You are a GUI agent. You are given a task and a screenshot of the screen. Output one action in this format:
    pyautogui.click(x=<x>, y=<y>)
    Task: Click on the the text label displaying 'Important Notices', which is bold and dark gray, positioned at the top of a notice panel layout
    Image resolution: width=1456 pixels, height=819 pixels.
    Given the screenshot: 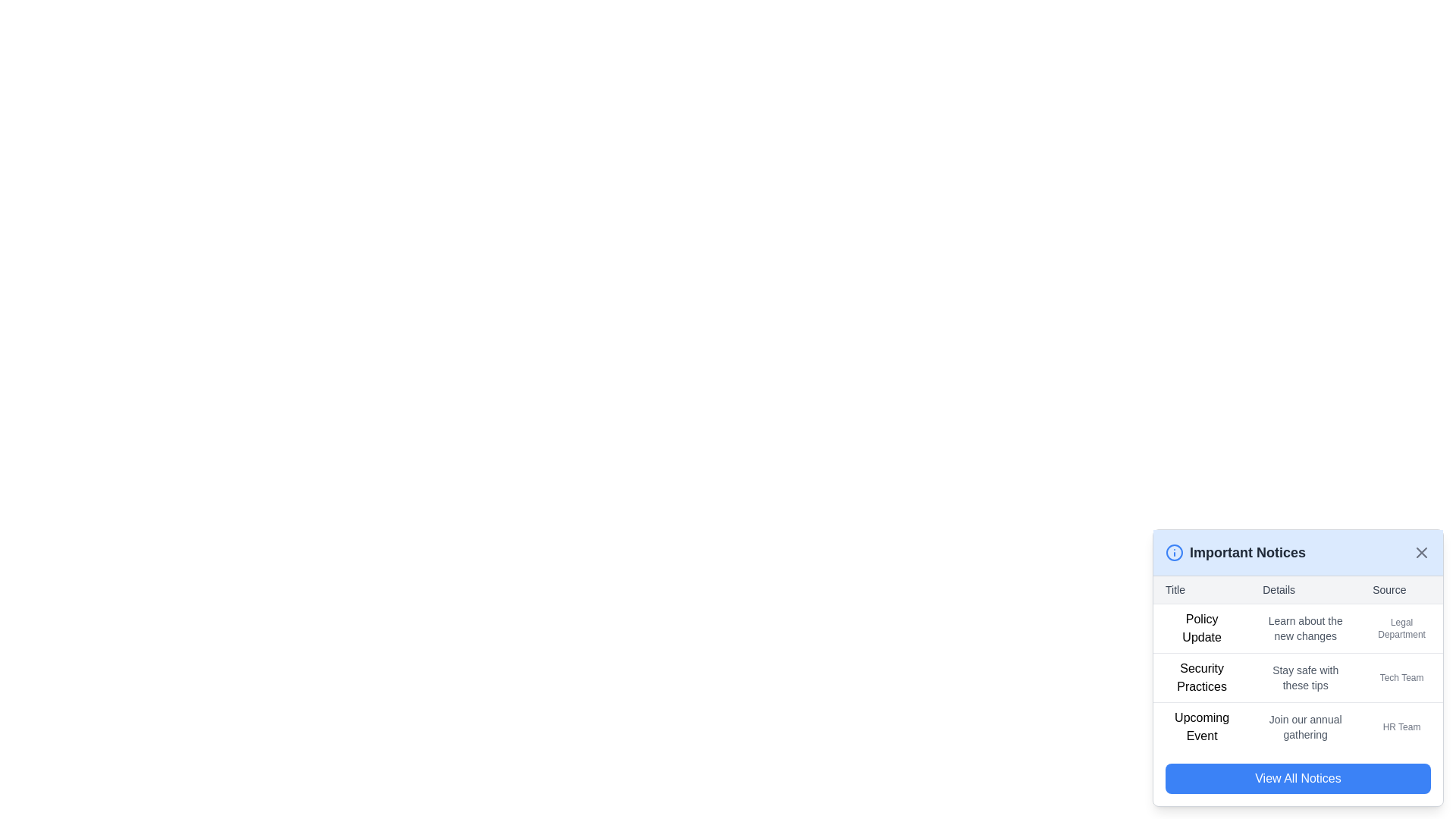 What is the action you would take?
    pyautogui.click(x=1247, y=553)
    